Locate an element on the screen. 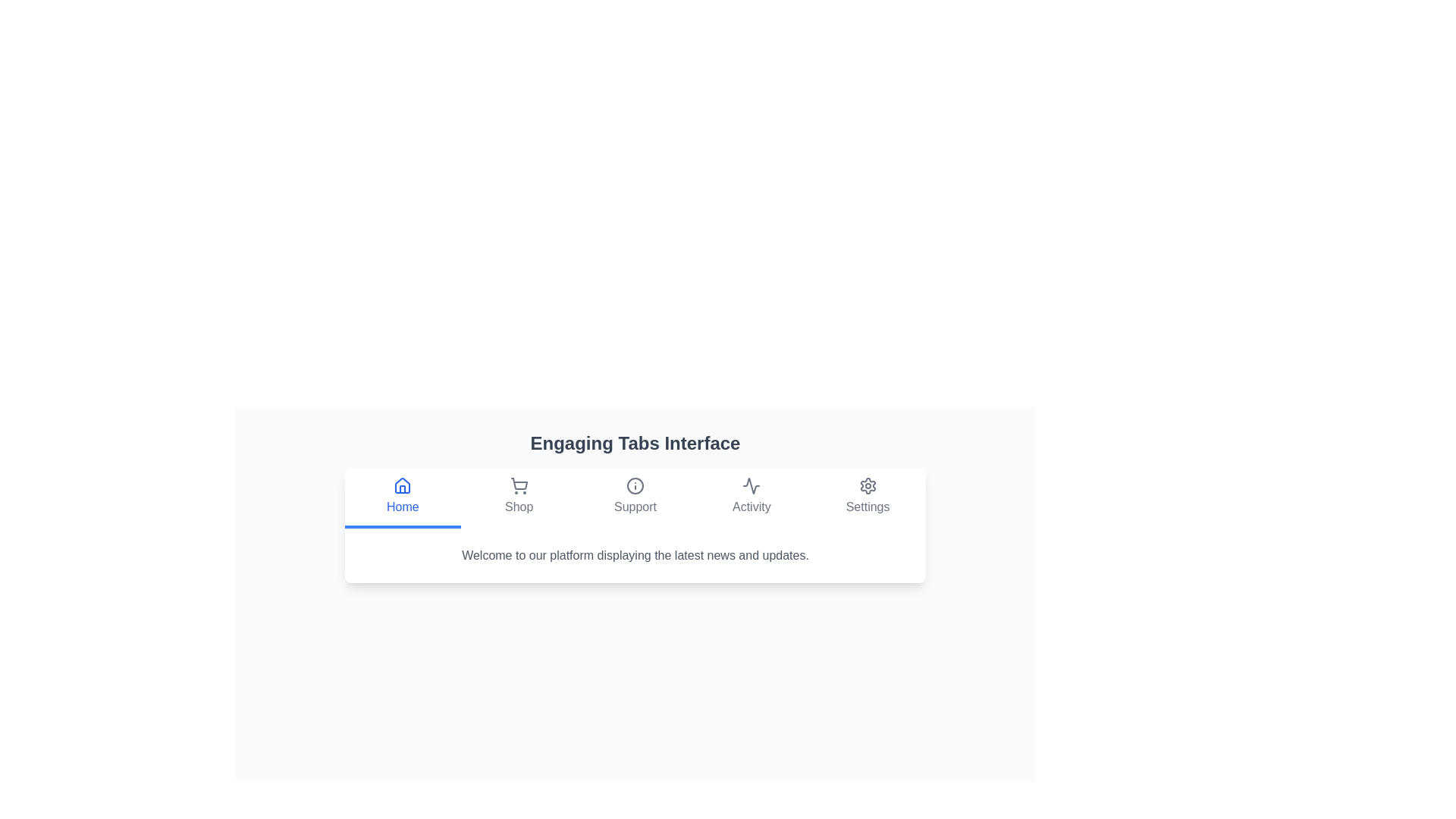  the house-like icon representing the home button is located at coordinates (403, 485).